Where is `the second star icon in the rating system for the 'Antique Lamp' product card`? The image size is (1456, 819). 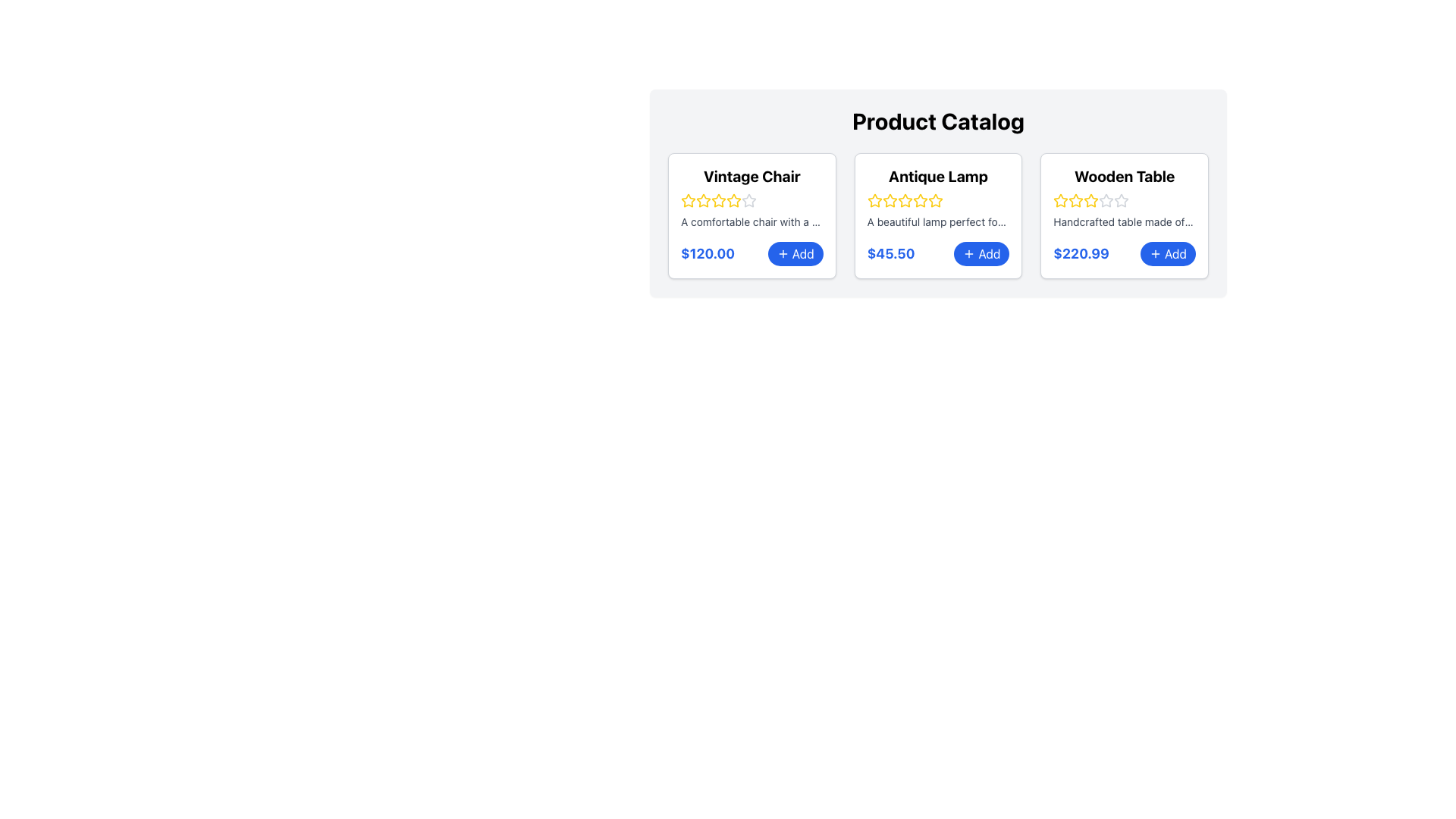 the second star icon in the rating system for the 'Antique Lamp' product card is located at coordinates (890, 199).